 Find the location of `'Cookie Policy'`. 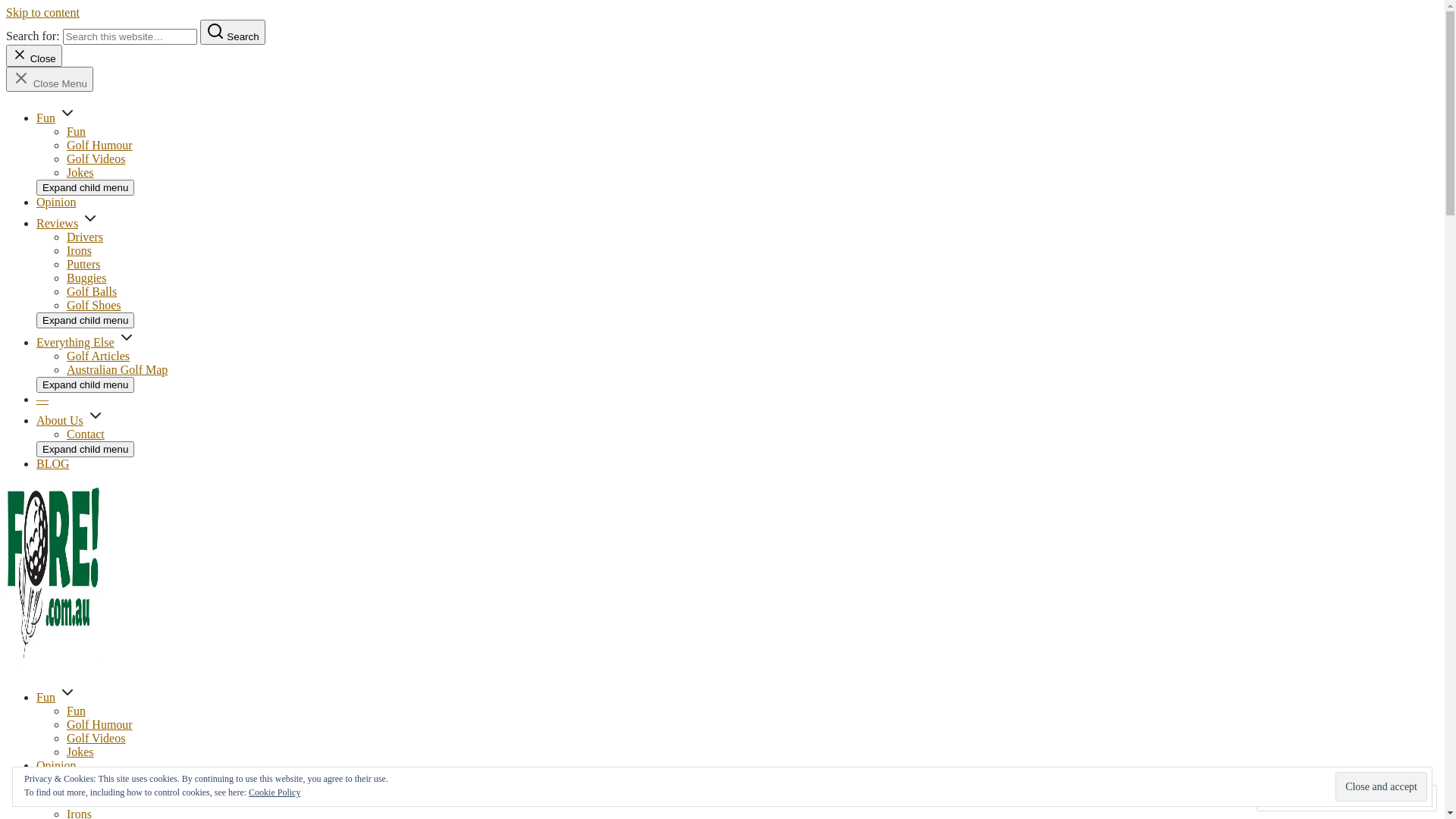

'Cookie Policy' is located at coordinates (274, 792).